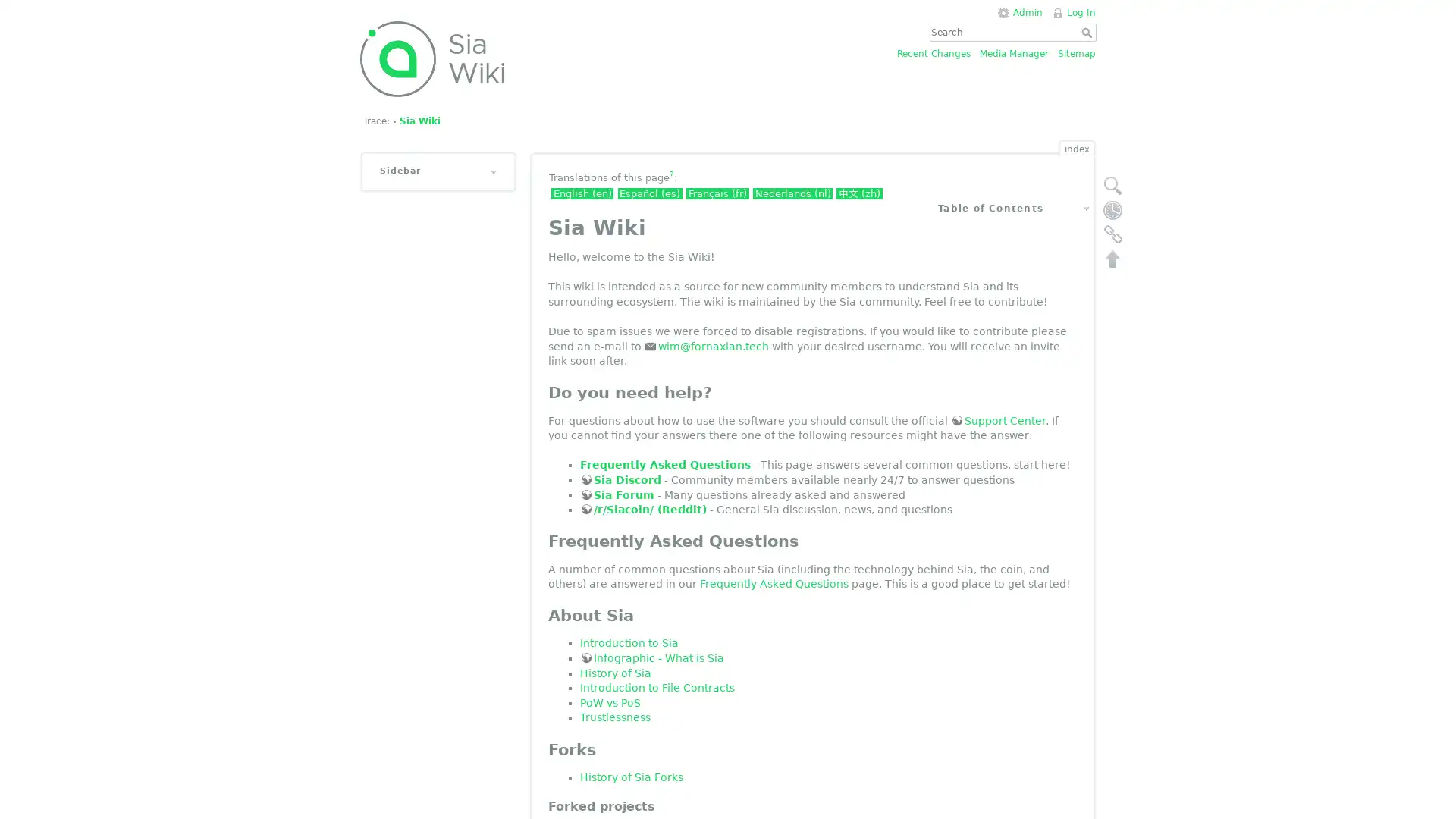 The width and height of the screenshot is (1456, 819). Describe the element at coordinates (1087, 32) in the screenshot. I see `Search` at that location.